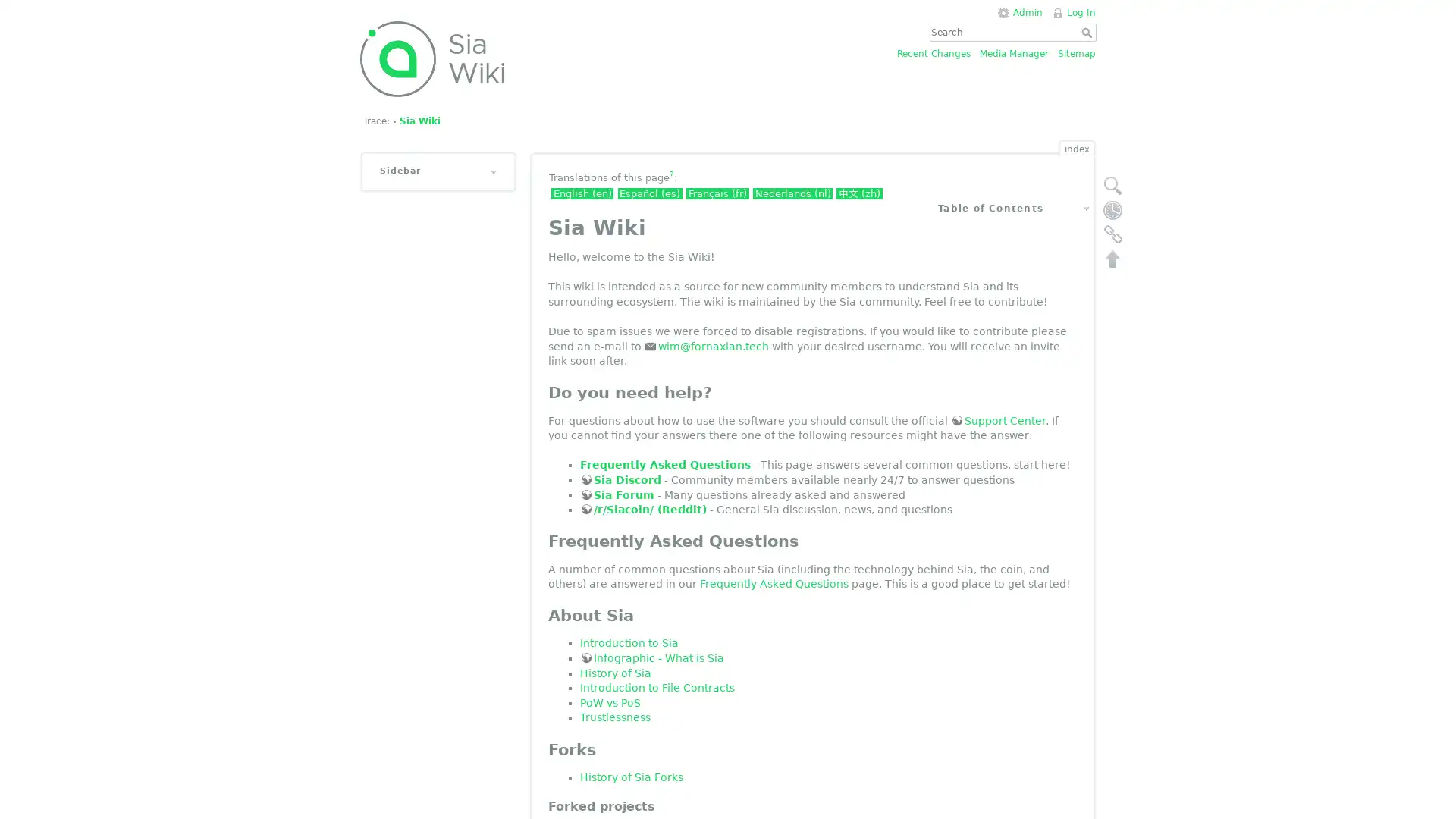 The width and height of the screenshot is (1456, 819). Describe the element at coordinates (1087, 32) in the screenshot. I see `Search` at that location.